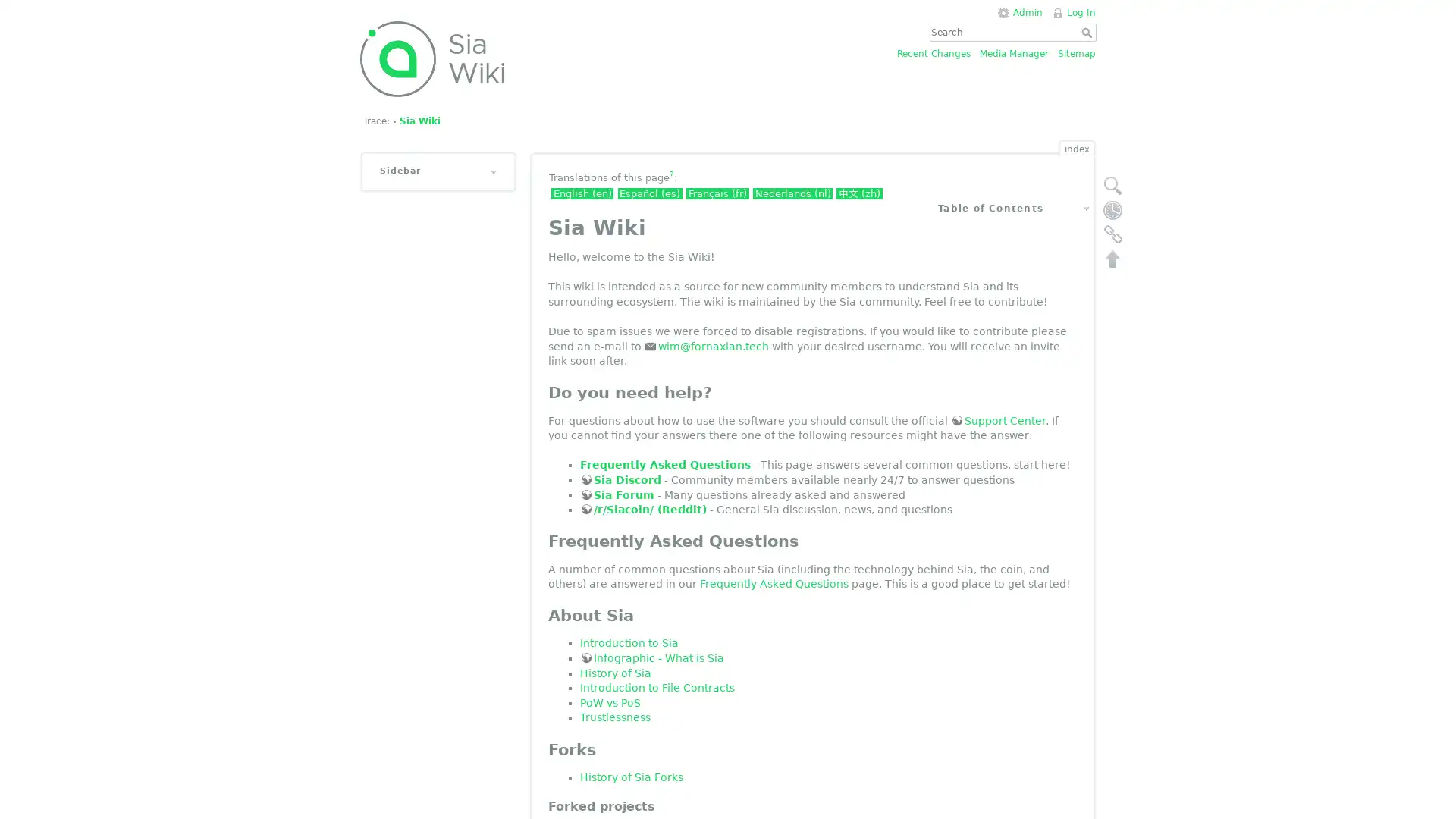 The width and height of the screenshot is (1456, 819). Describe the element at coordinates (1087, 32) in the screenshot. I see `Search` at that location.